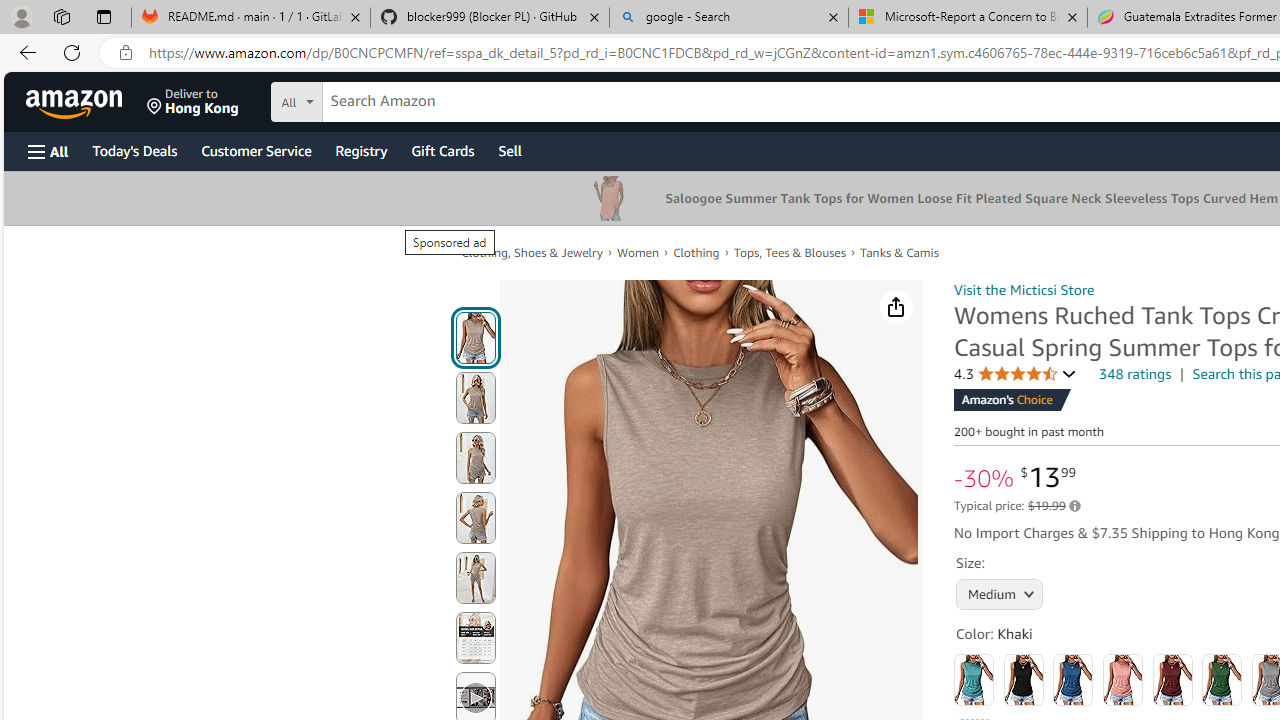 The image size is (1280, 720). What do you see at coordinates (1073, 505) in the screenshot?
I see `'Learn more about Amazon pricing and savings'` at bounding box center [1073, 505].